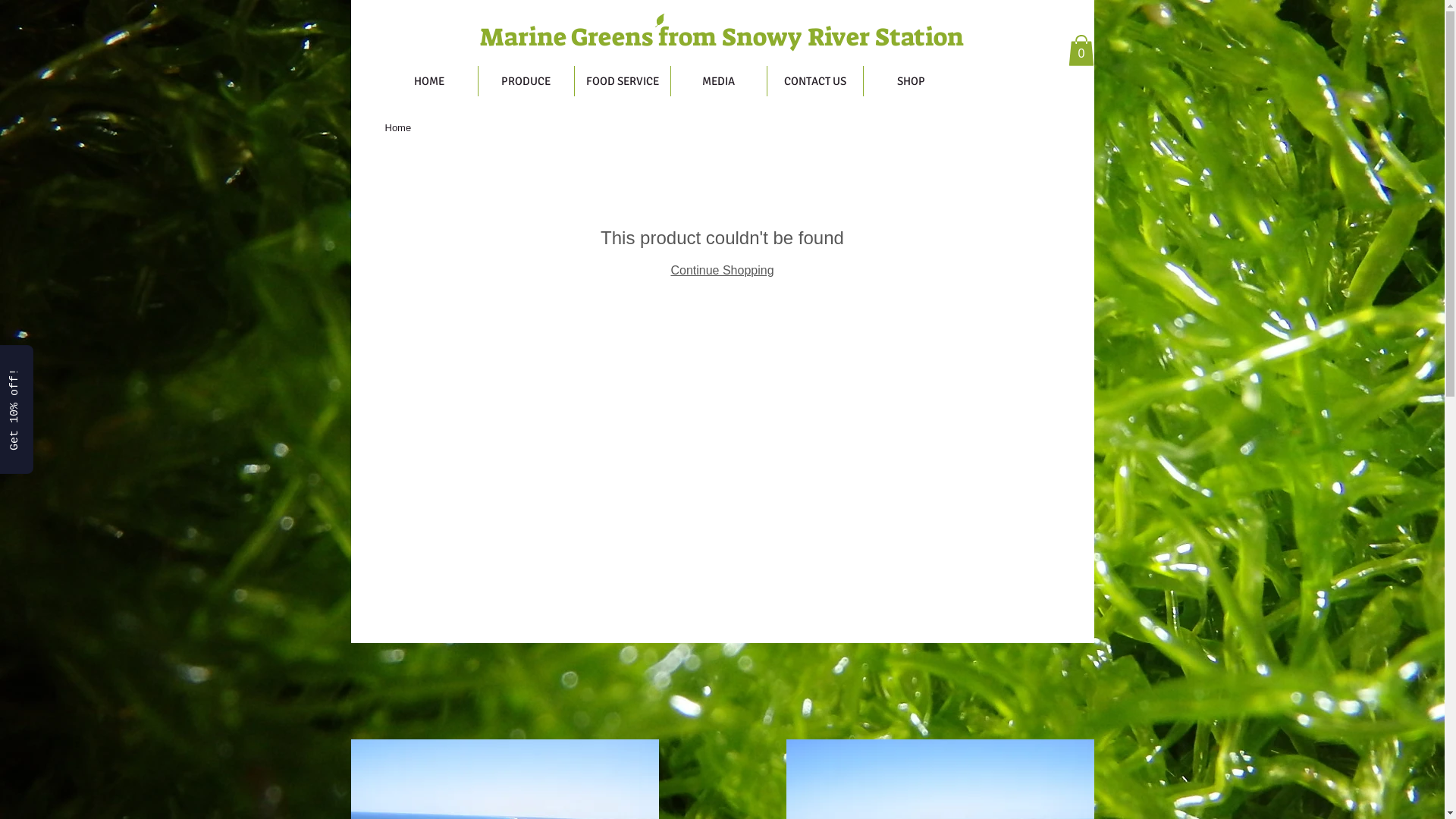 The width and height of the screenshot is (1456, 819). Describe the element at coordinates (574, 81) in the screenshot. I see `'FOOD SERVICE'` at that location.